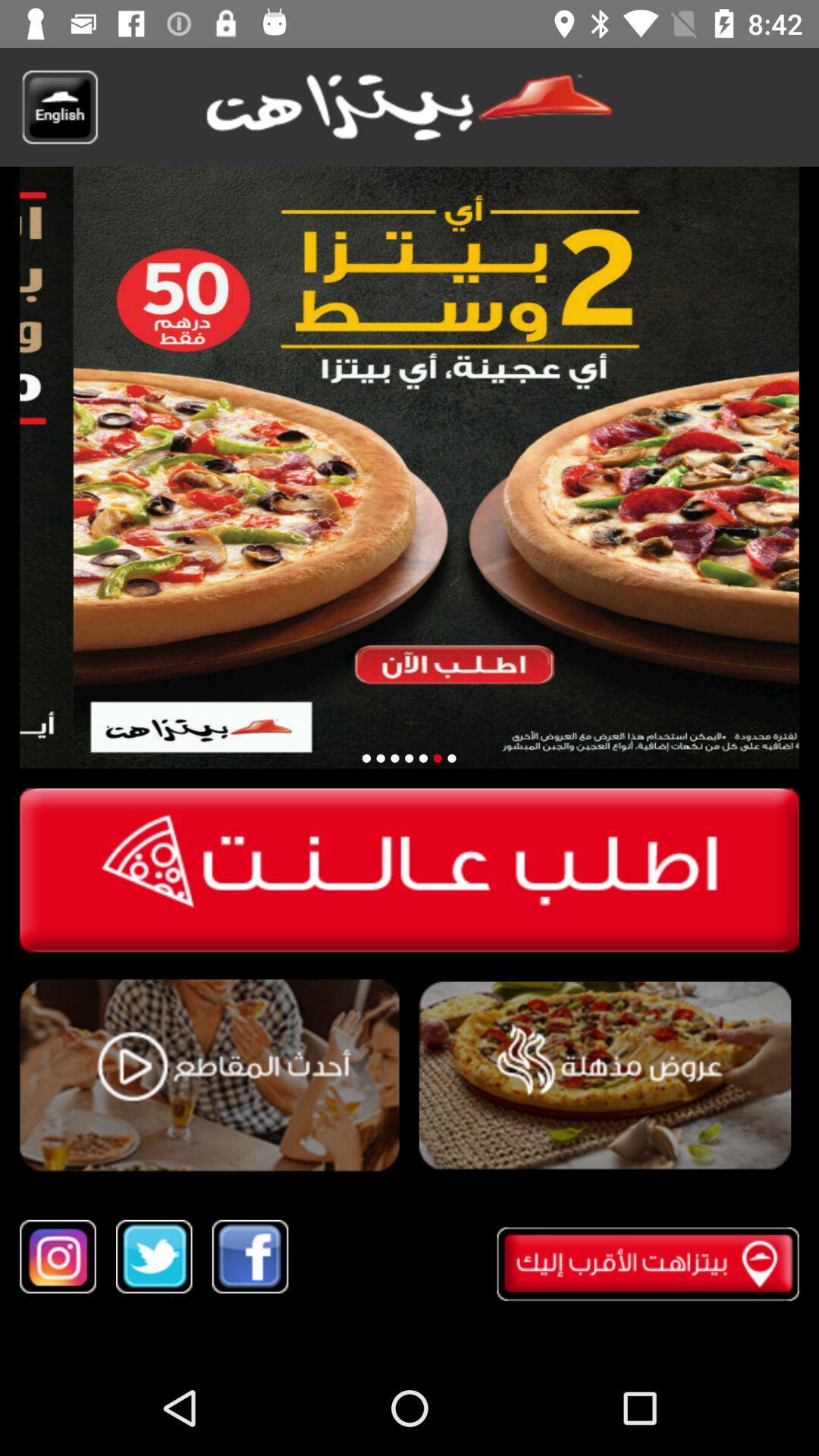  Describe the element at coordinates (604, 1075) in the screenshot. I see `list menu` at that location.